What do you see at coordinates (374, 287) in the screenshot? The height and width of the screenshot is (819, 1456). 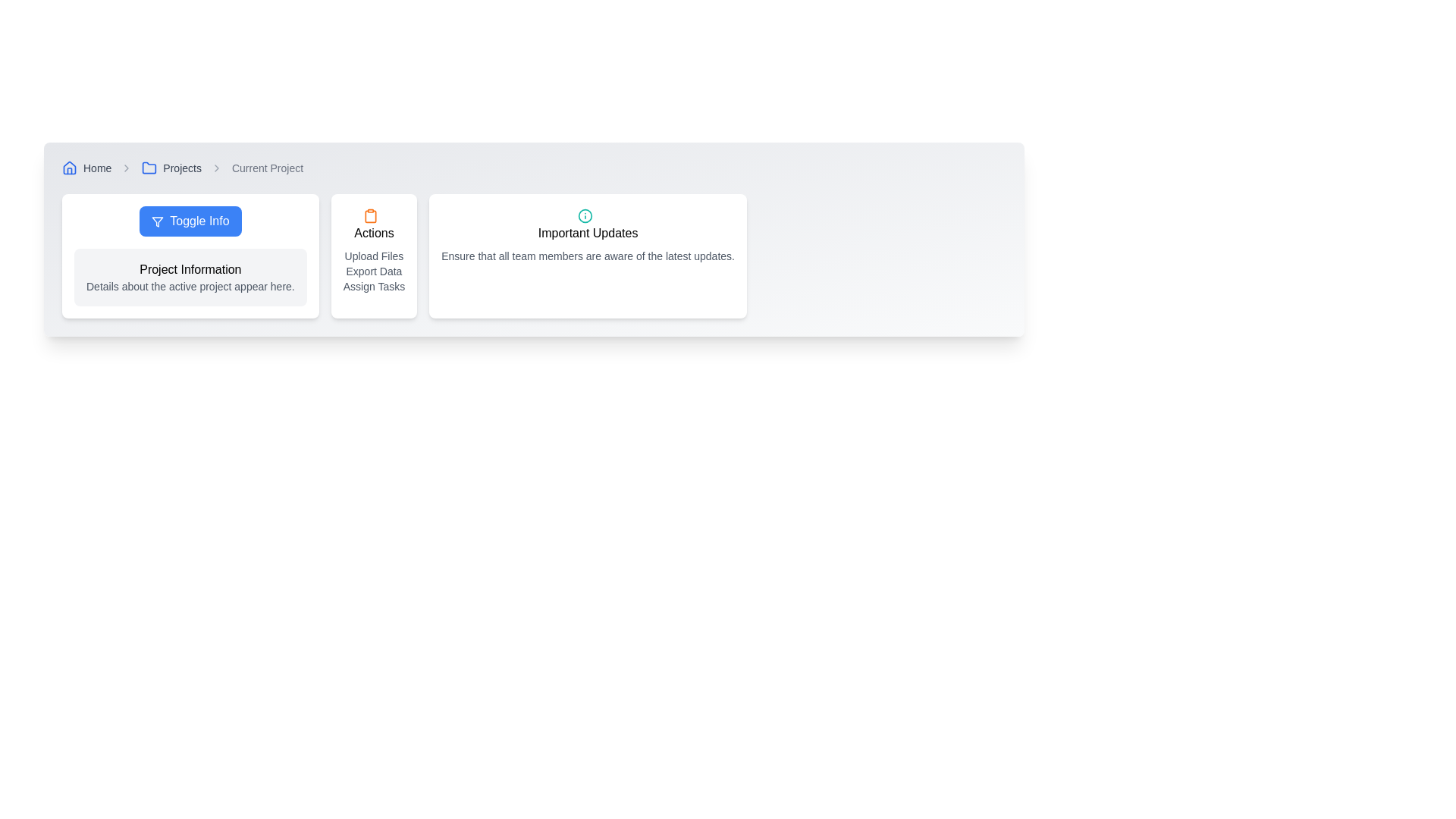 I see `the third text label in the 'Actions' section, which likely provides a caption for task assignment functionality` at bounding box center [374, 287].